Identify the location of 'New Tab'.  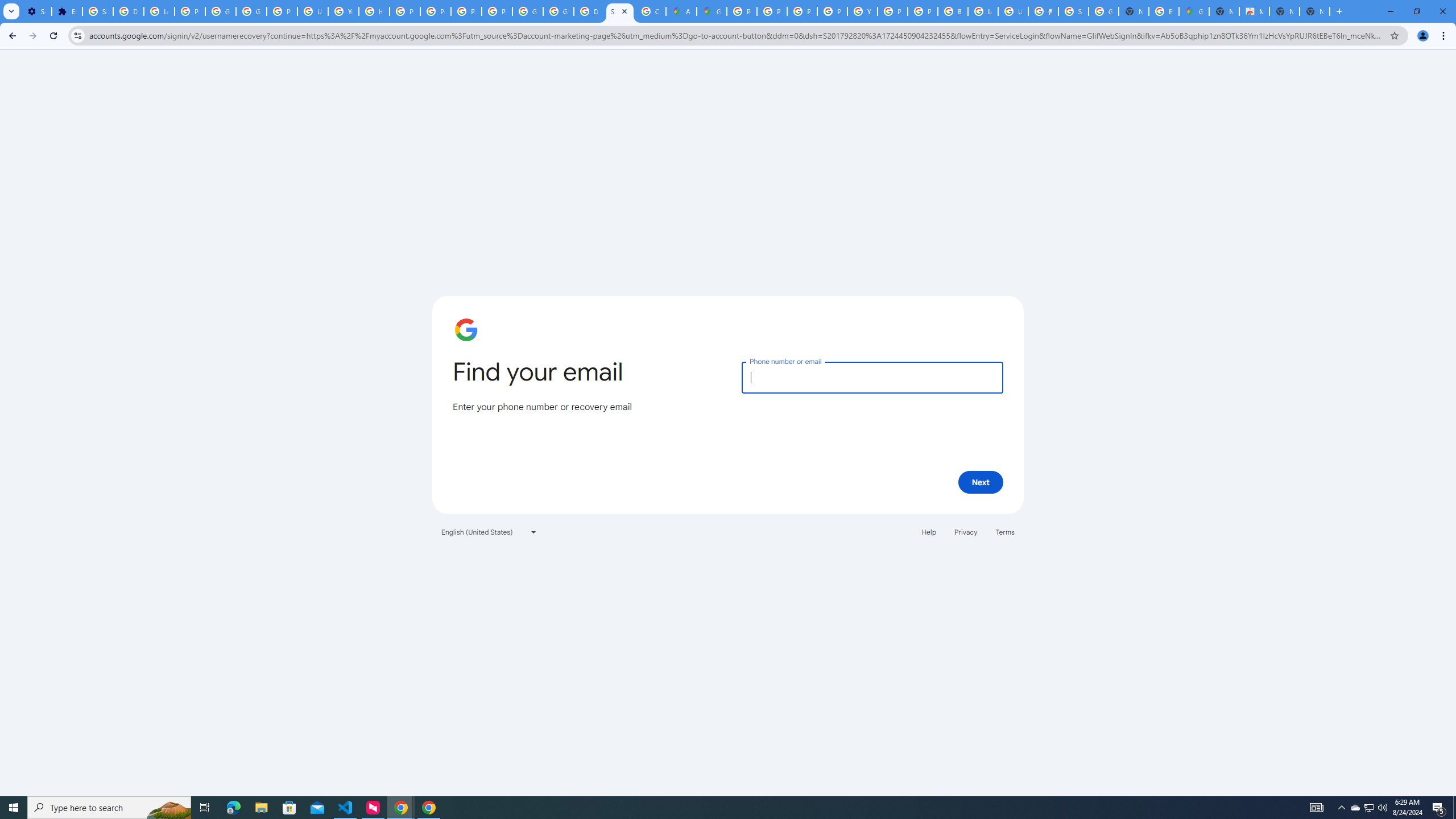
(1314, 11).